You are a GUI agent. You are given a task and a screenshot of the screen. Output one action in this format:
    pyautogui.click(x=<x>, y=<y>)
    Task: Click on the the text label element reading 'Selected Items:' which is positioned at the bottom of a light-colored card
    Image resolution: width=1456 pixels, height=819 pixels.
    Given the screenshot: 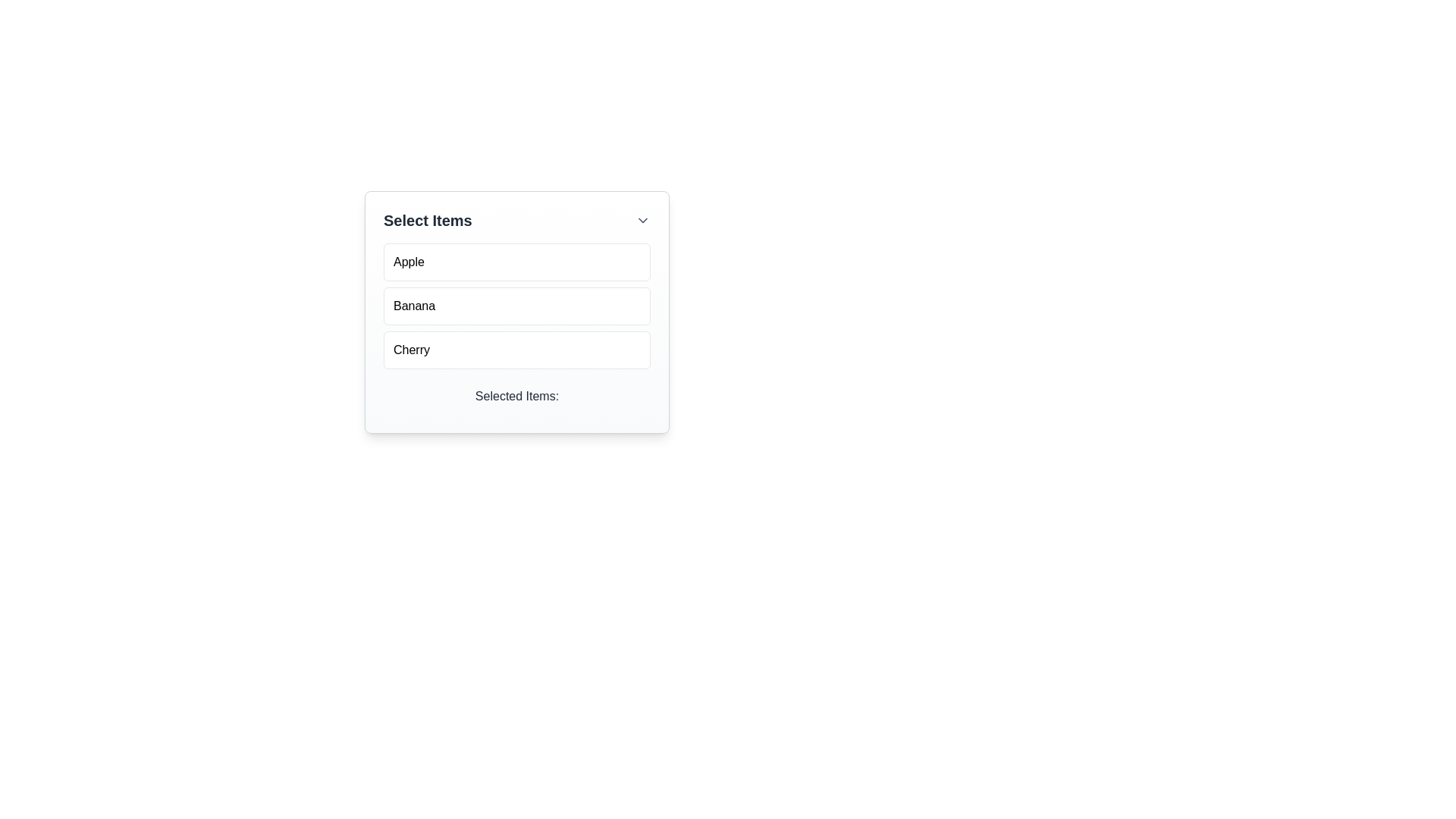 What is the action you would take?
    pyautogui.click(x=516, y=396)
    